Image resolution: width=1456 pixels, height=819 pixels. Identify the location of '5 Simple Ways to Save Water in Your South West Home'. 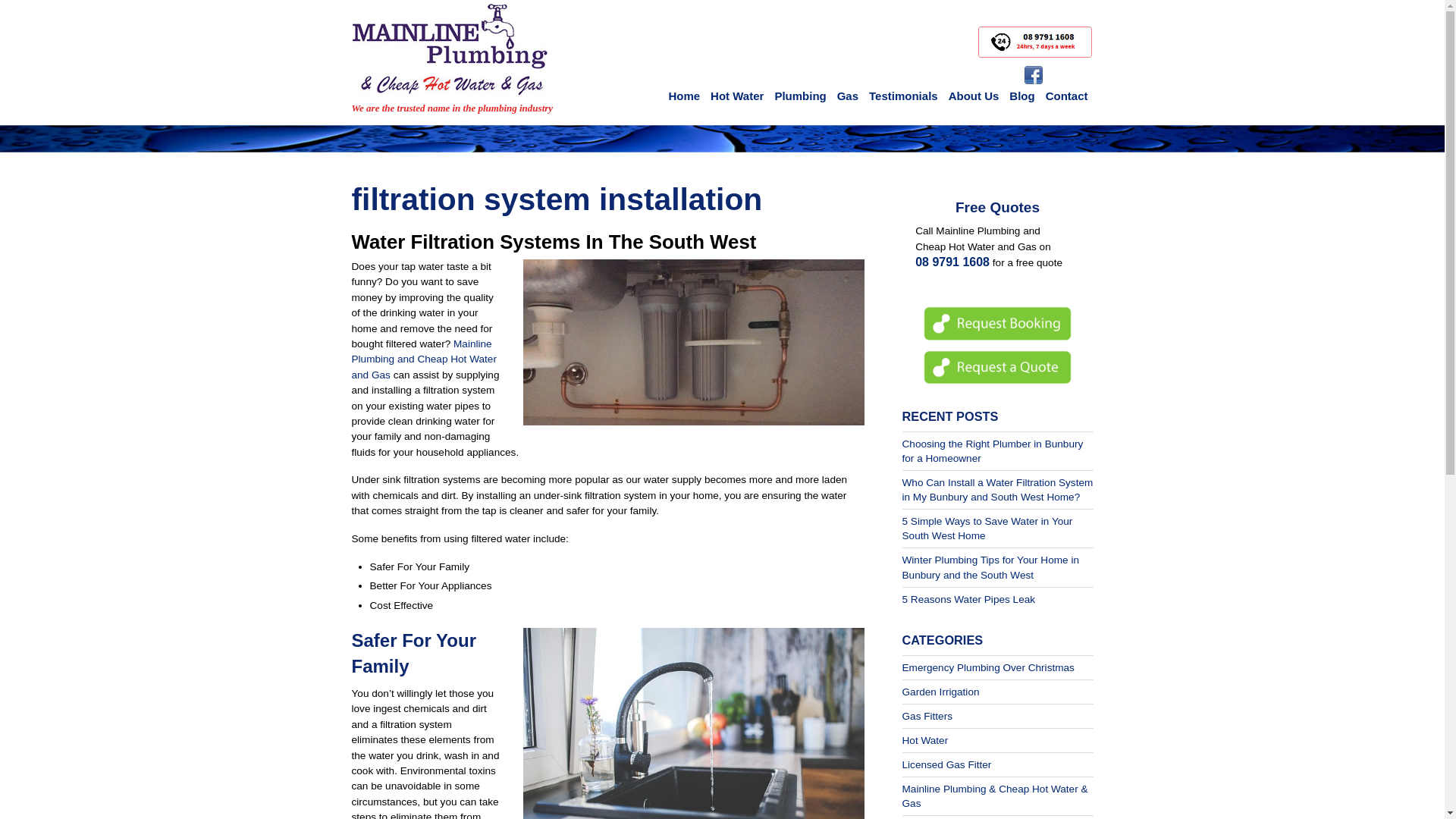
(987, 528).